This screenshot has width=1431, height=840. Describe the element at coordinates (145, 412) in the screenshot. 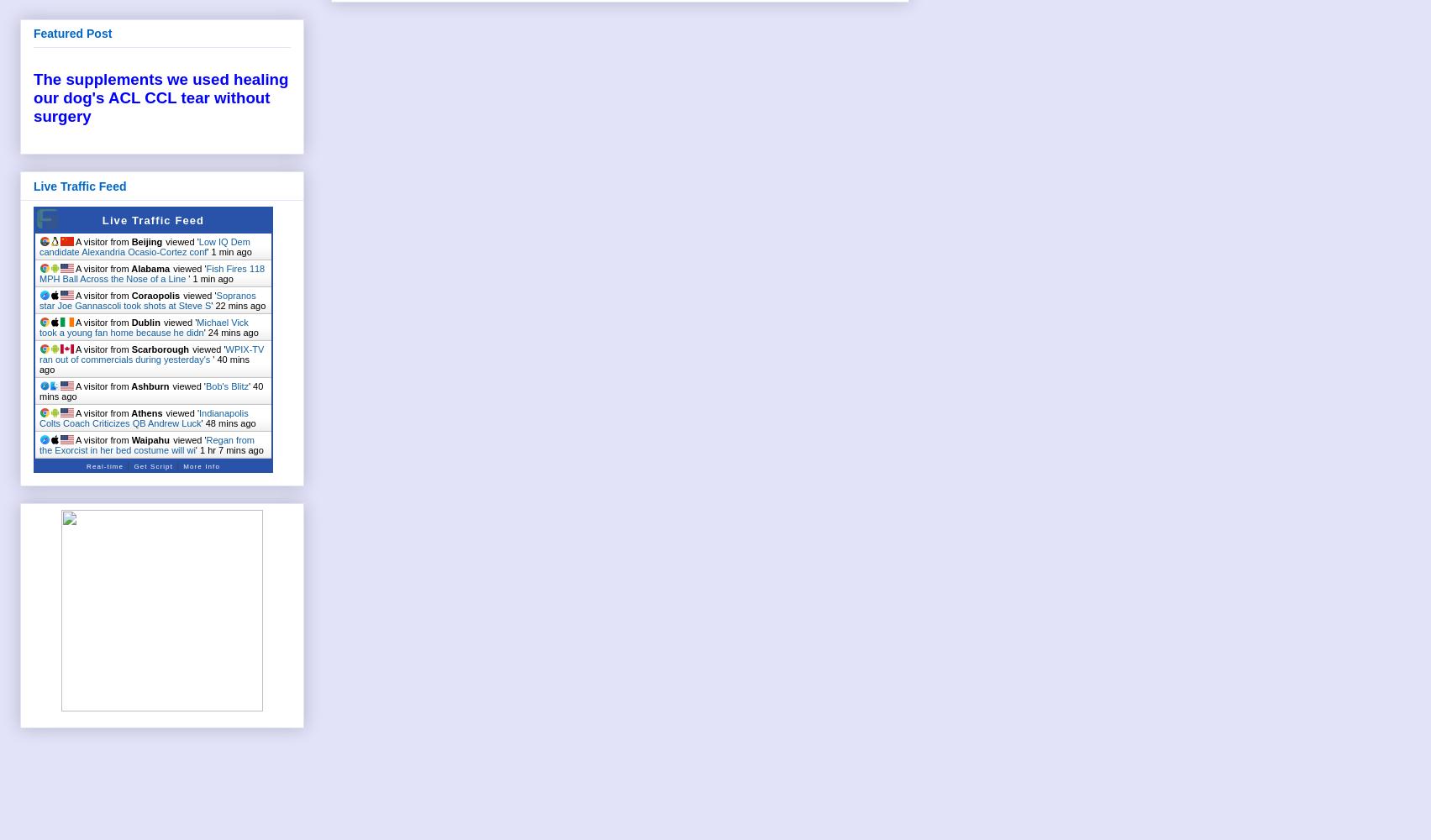

I see `'Athens'` at that location.